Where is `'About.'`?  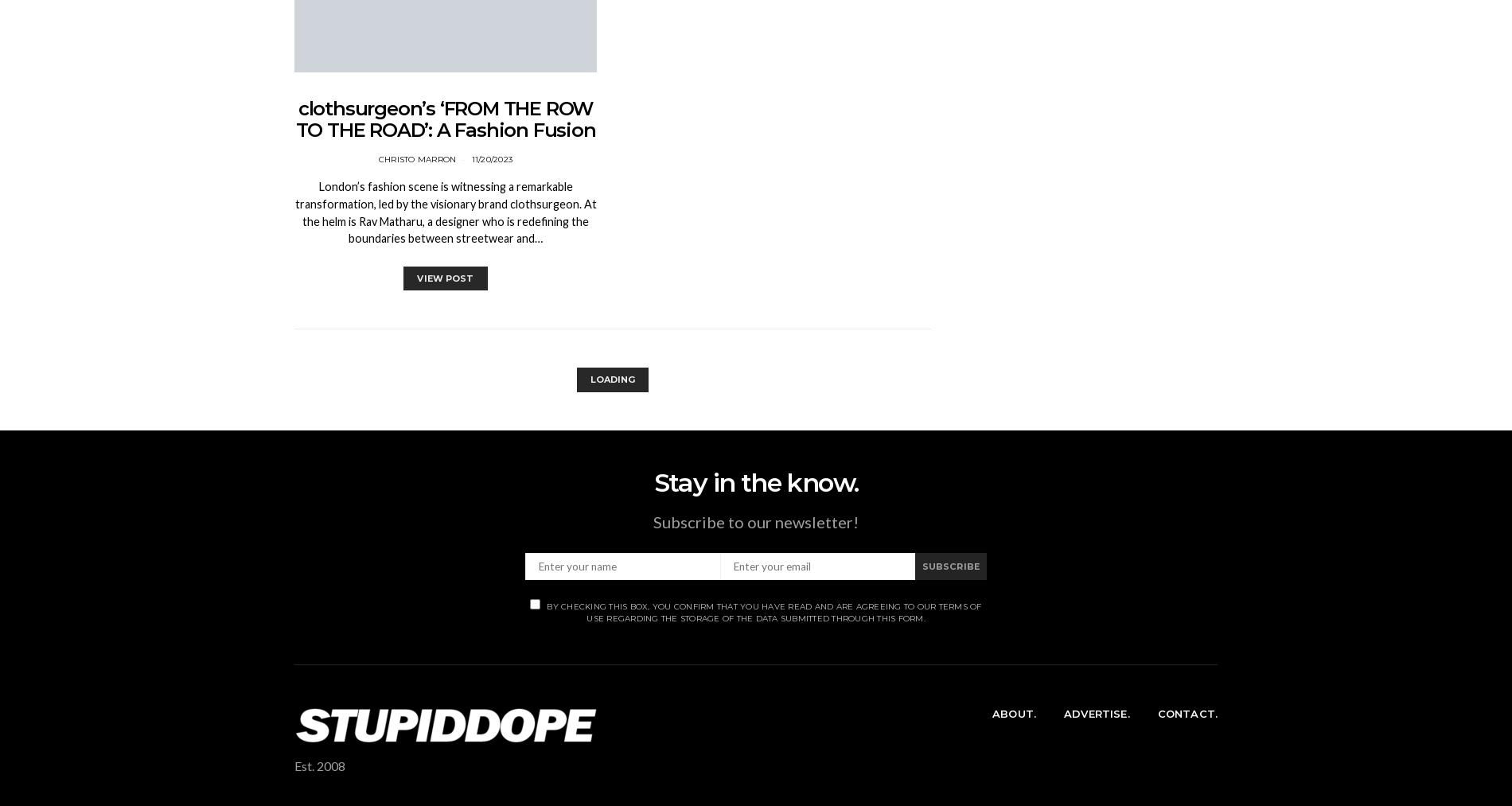
'About.' is located at coordinates (1013, 711).